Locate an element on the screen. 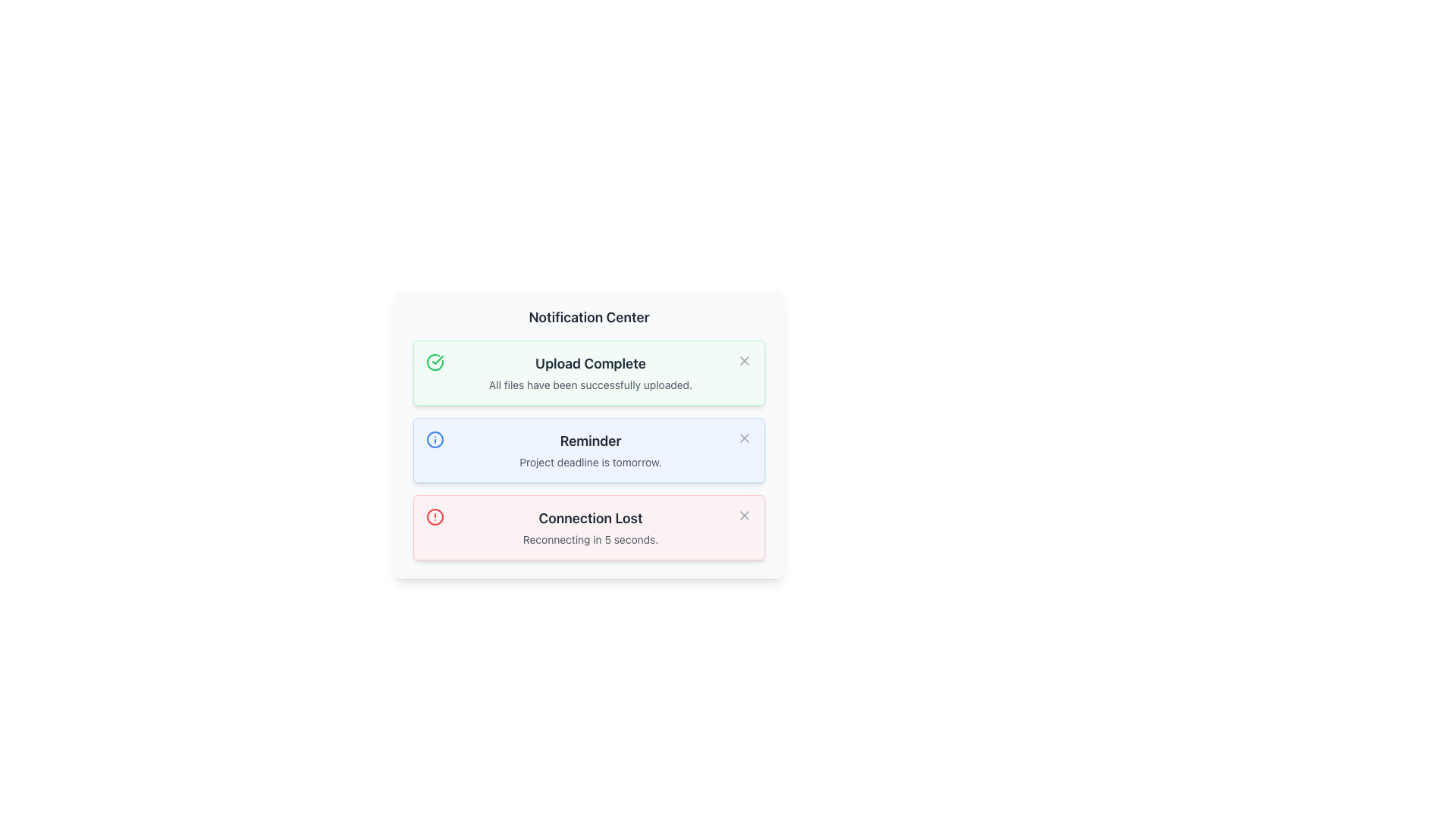  the close button (an 'X' icon) in the top-right corner of the 'Connection Lost' notification is located at coordinates (745, 514).